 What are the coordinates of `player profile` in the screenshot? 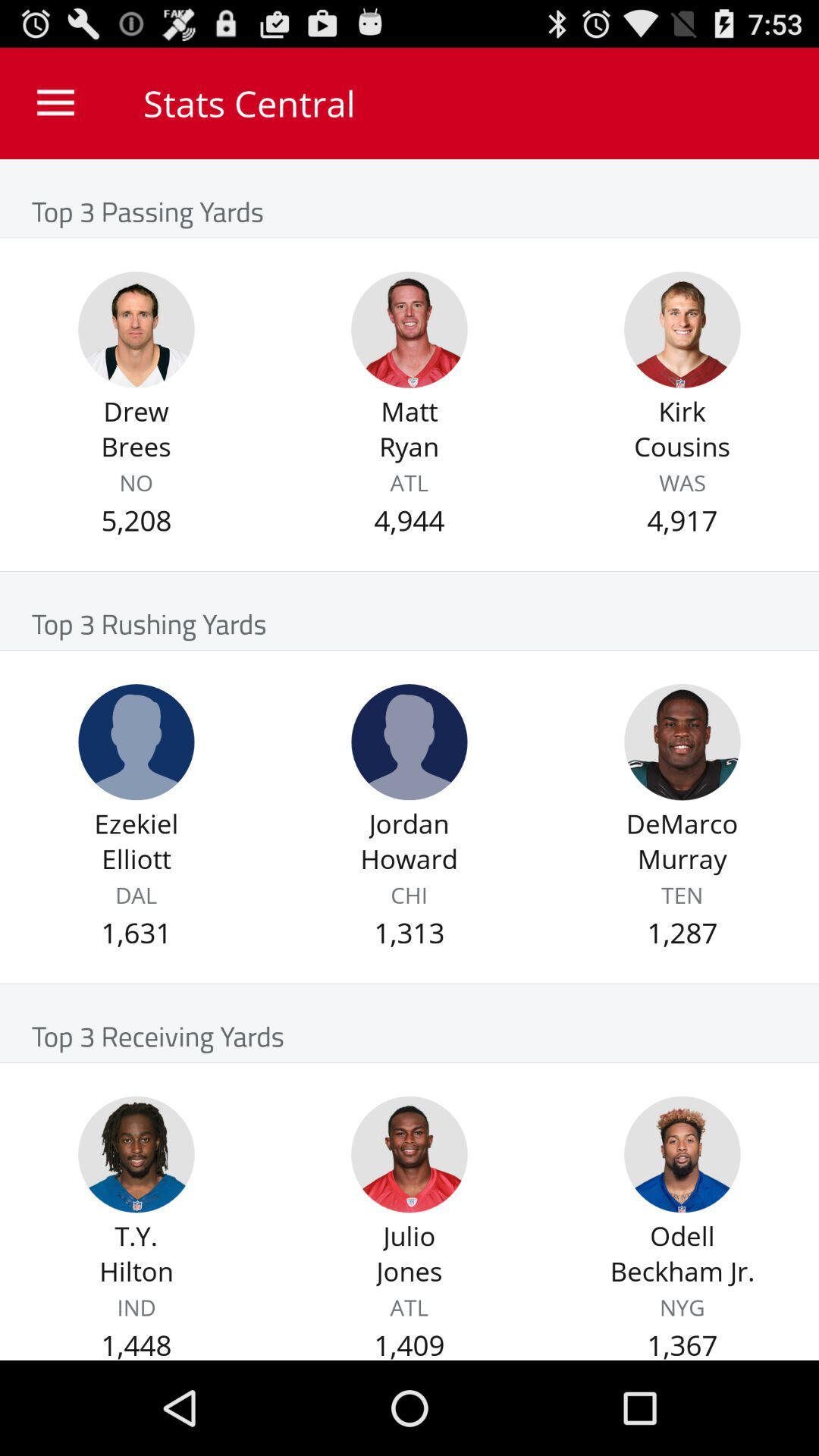 It's located at (681, 742).